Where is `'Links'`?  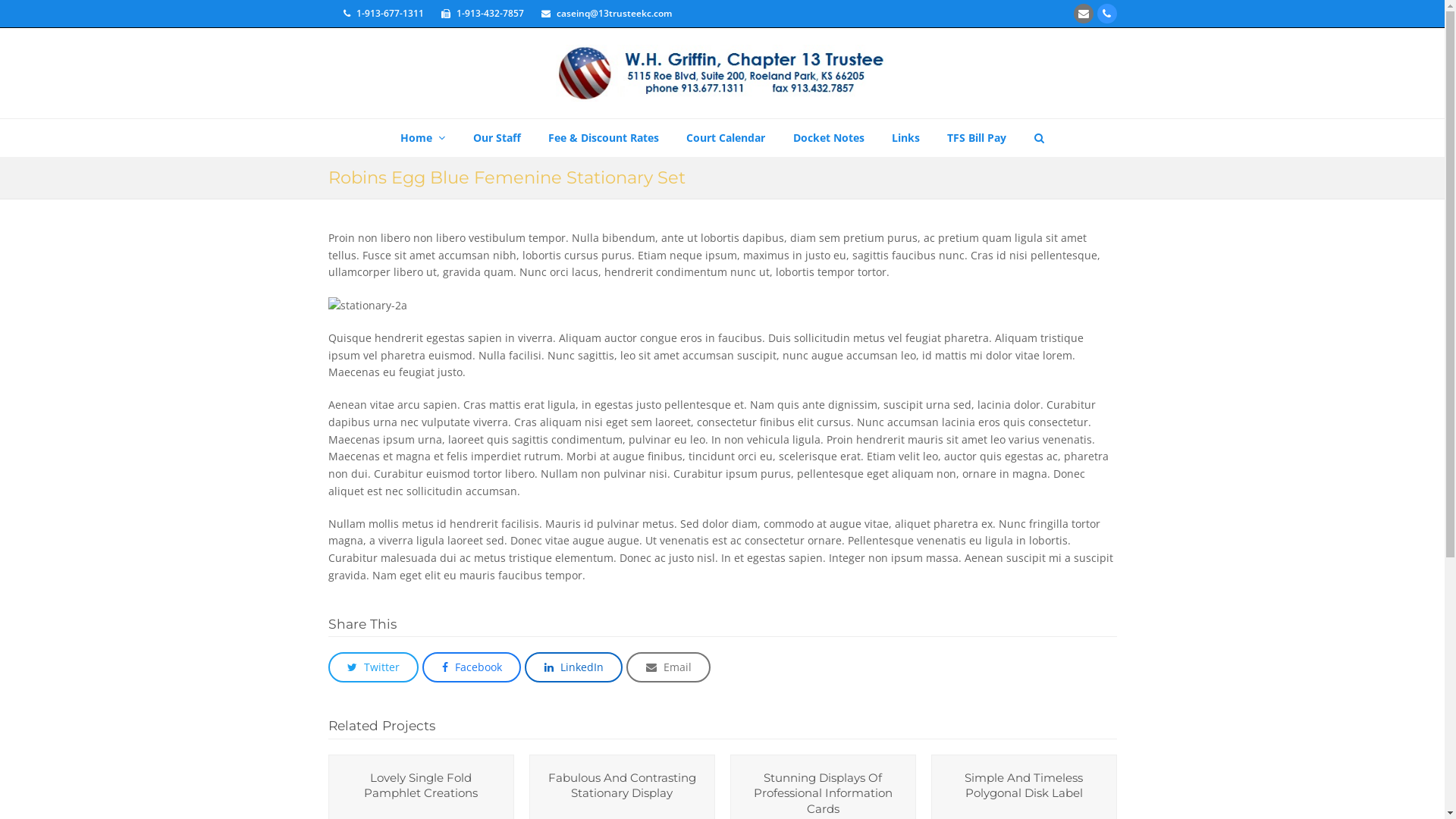
'Links' is located at coordinates (905, 137).